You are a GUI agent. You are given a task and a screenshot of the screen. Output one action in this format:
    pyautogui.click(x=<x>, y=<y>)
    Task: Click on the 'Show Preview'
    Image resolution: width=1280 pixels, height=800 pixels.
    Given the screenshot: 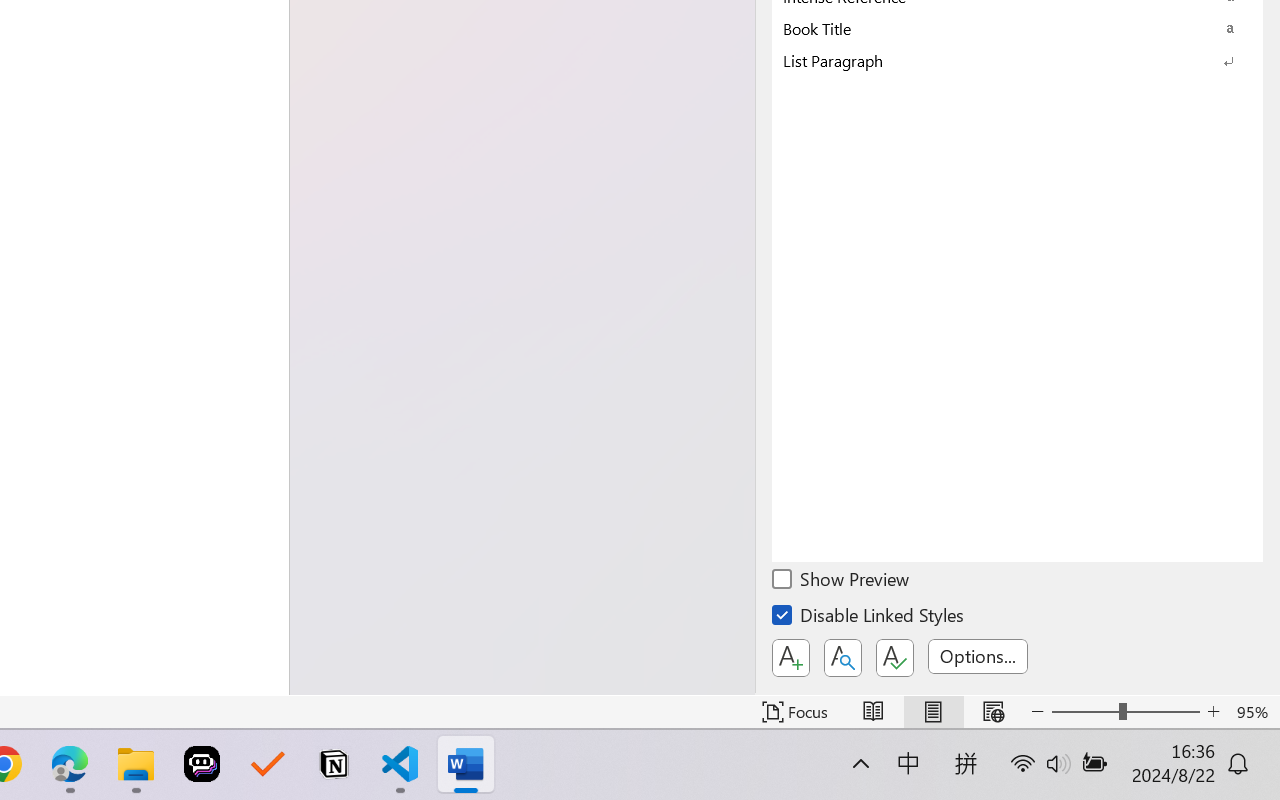 What is the action you would take?
    pyautogui.click(x=842, y=581)
    